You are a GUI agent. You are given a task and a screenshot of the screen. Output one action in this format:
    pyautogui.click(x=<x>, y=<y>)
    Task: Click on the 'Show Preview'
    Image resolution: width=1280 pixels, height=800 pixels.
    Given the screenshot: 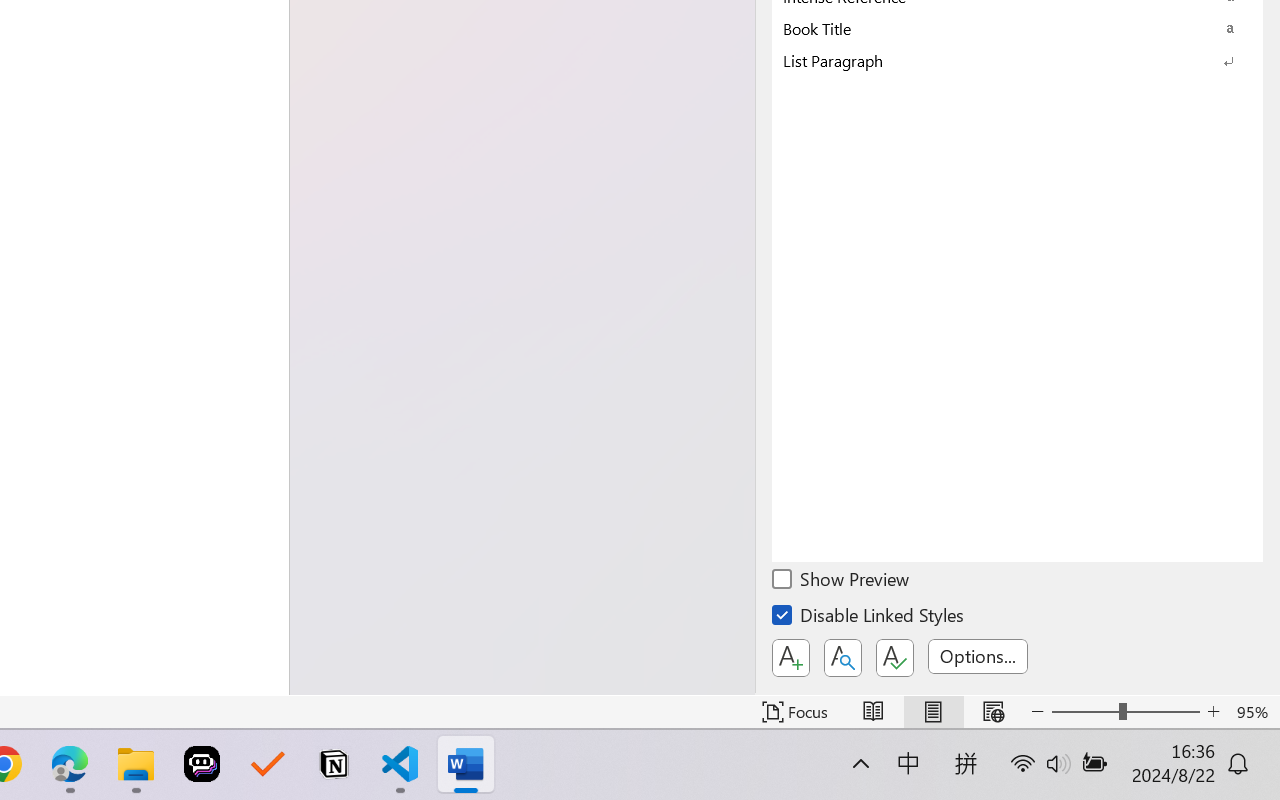 What is the action you would take?
    pyautogui.click(x=842, y=581)
    